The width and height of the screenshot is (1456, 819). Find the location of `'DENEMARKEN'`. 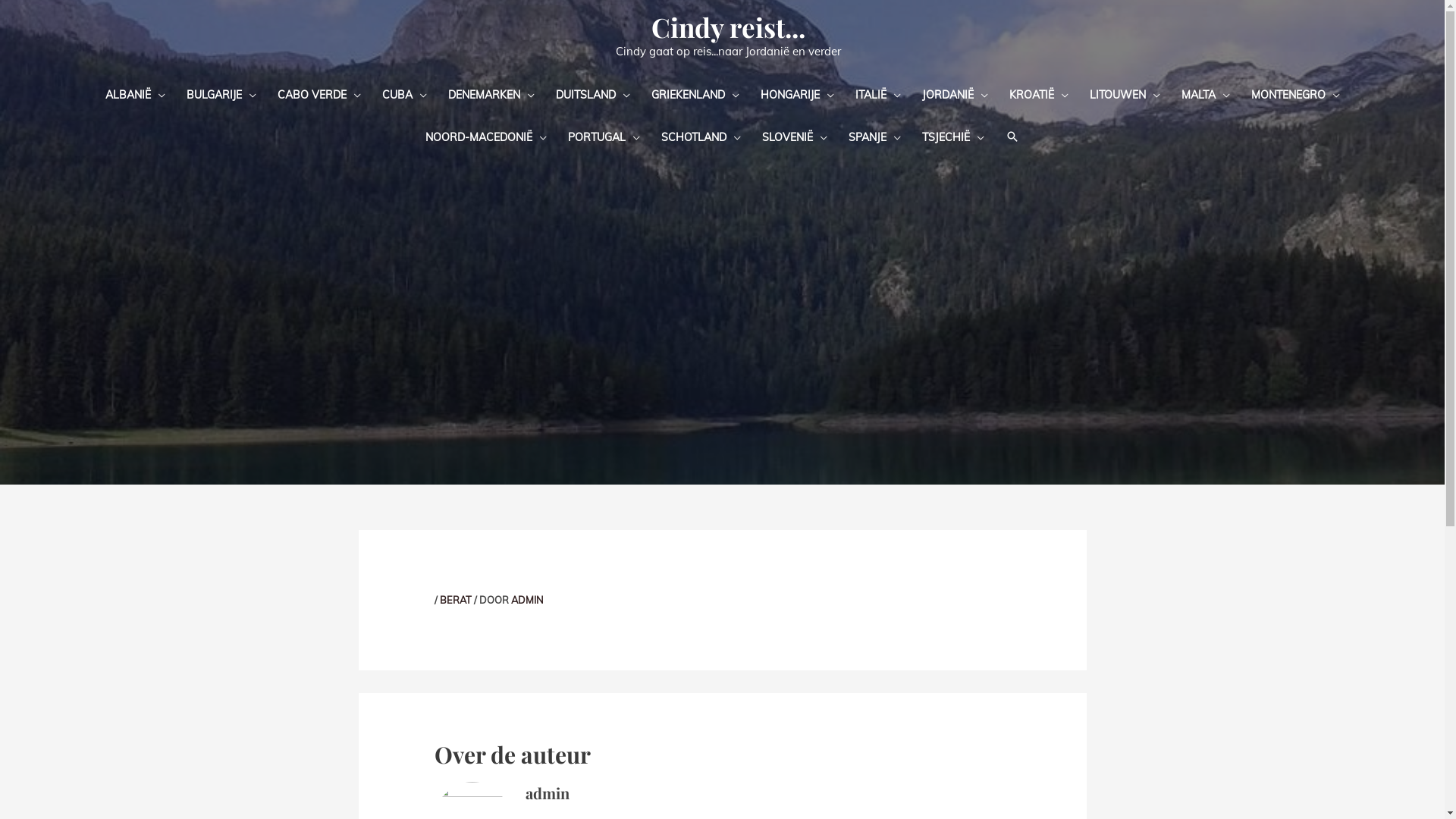

'DENEMARKEN' is located at coordinates (491, 93).